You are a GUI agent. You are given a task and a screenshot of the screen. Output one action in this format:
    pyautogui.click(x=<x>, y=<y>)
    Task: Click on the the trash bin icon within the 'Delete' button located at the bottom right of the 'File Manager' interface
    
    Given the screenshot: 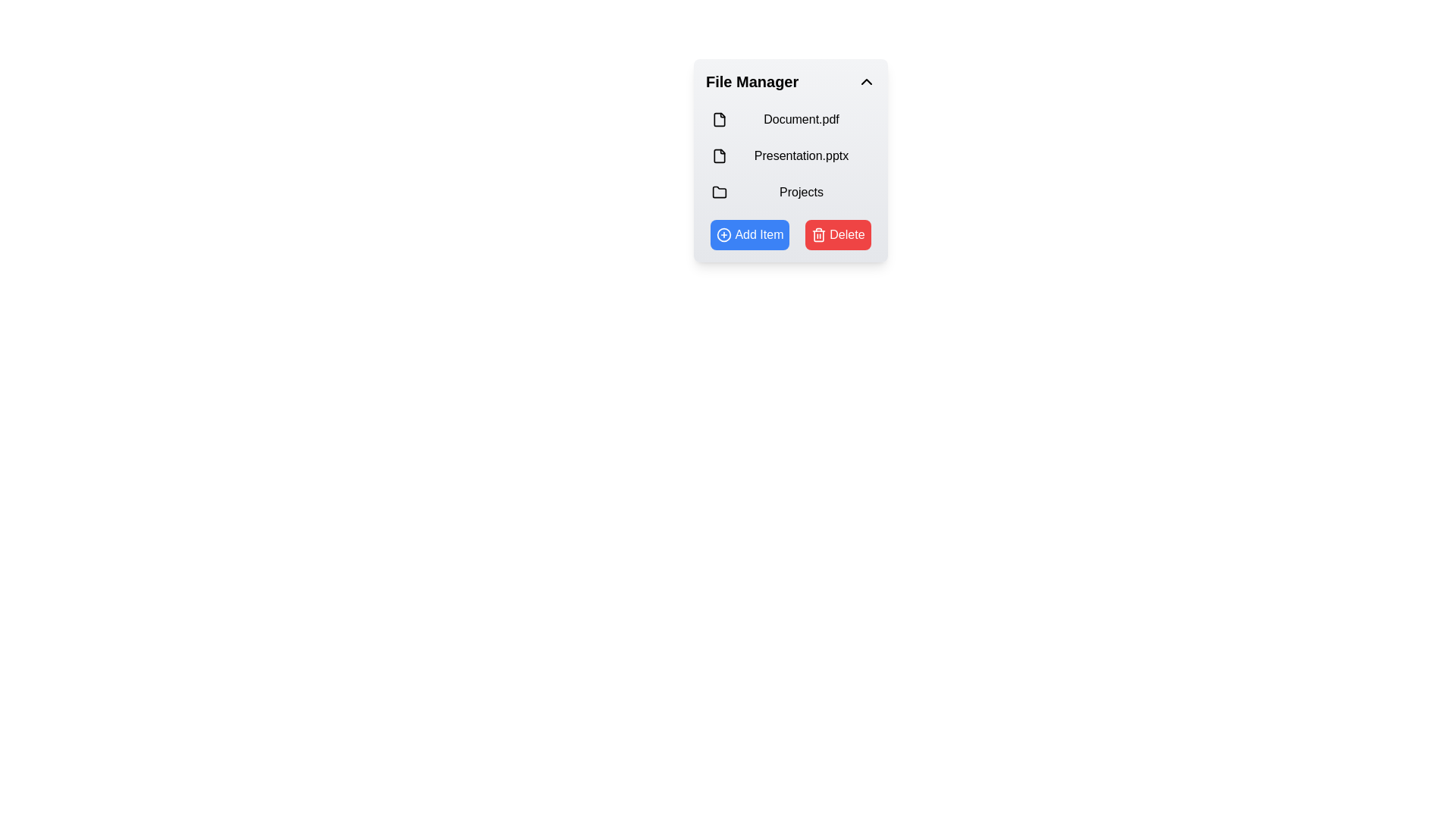 What is the action you would take?
    pyautogui.click(x=818, y=234)
    